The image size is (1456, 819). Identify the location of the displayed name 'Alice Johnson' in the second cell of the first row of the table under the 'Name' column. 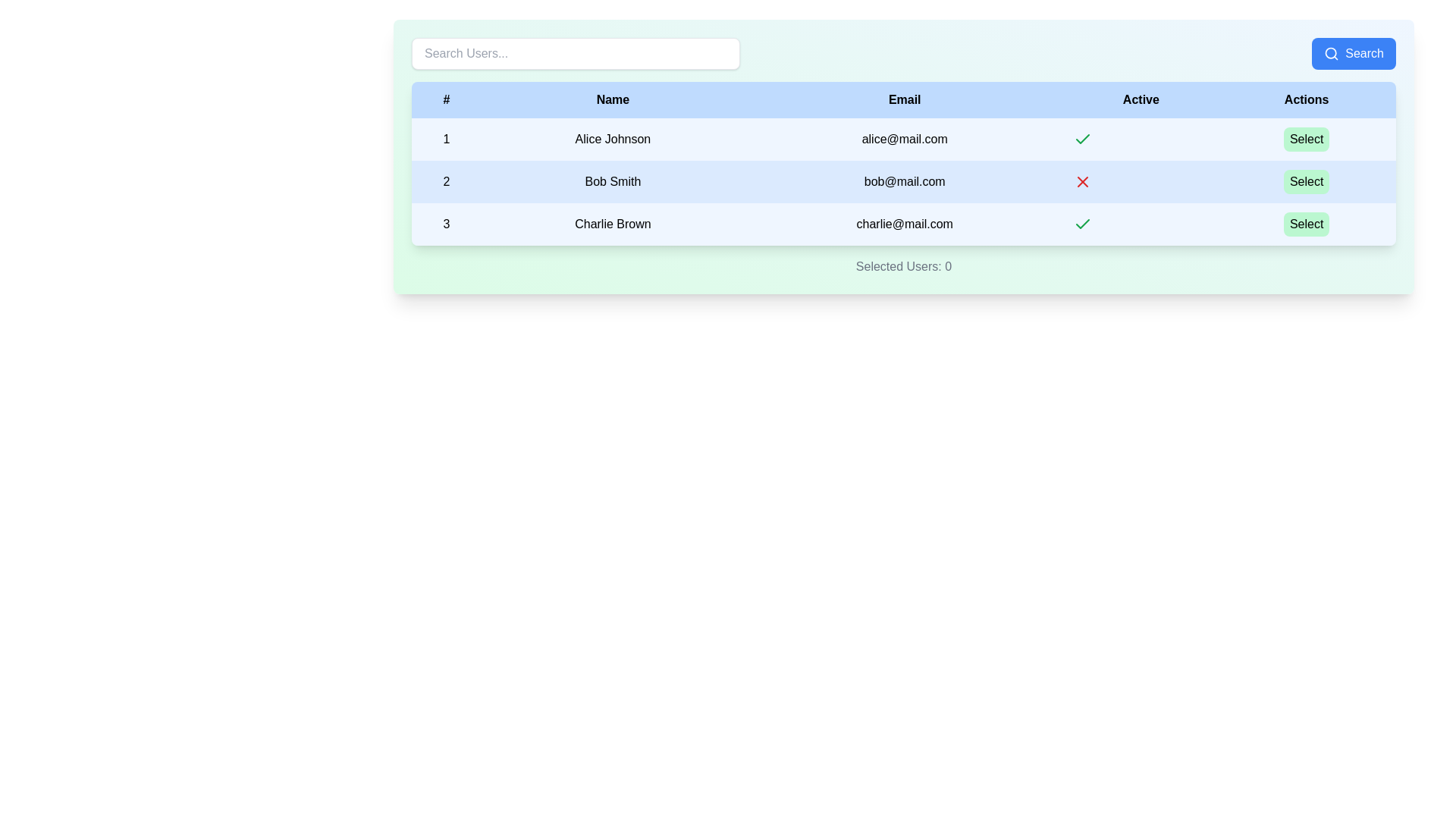
(613, 140).